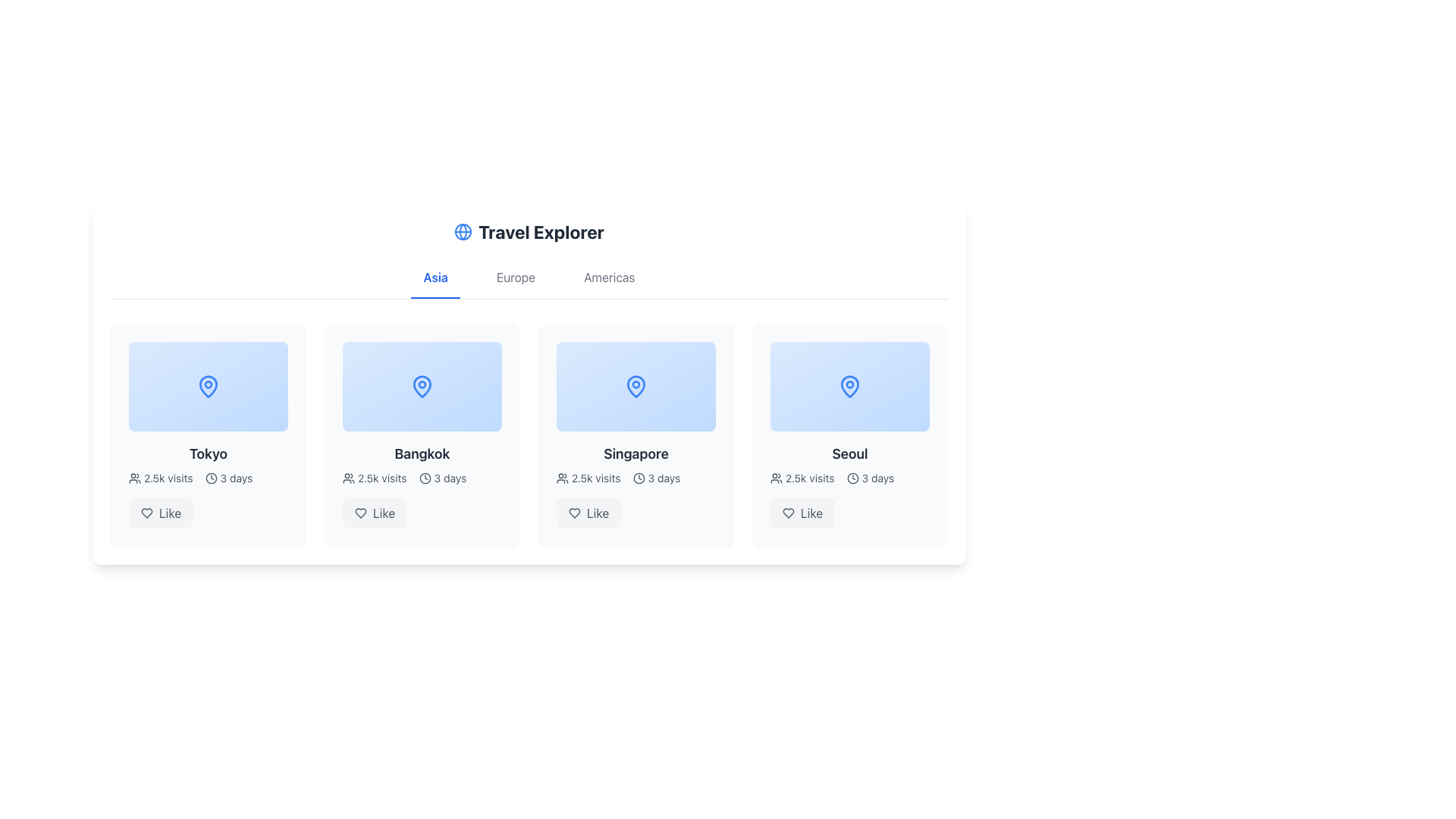 This screenshot has width=1456, height=819. What do you see at coordinates (425, 479) in the screenshot?
I see `the SVG Circle component representing the body of the clock icon, which is located adjacent to the '3 days' text at the bottom of the card associated with Bangkok` at bounding box center [425, 479].